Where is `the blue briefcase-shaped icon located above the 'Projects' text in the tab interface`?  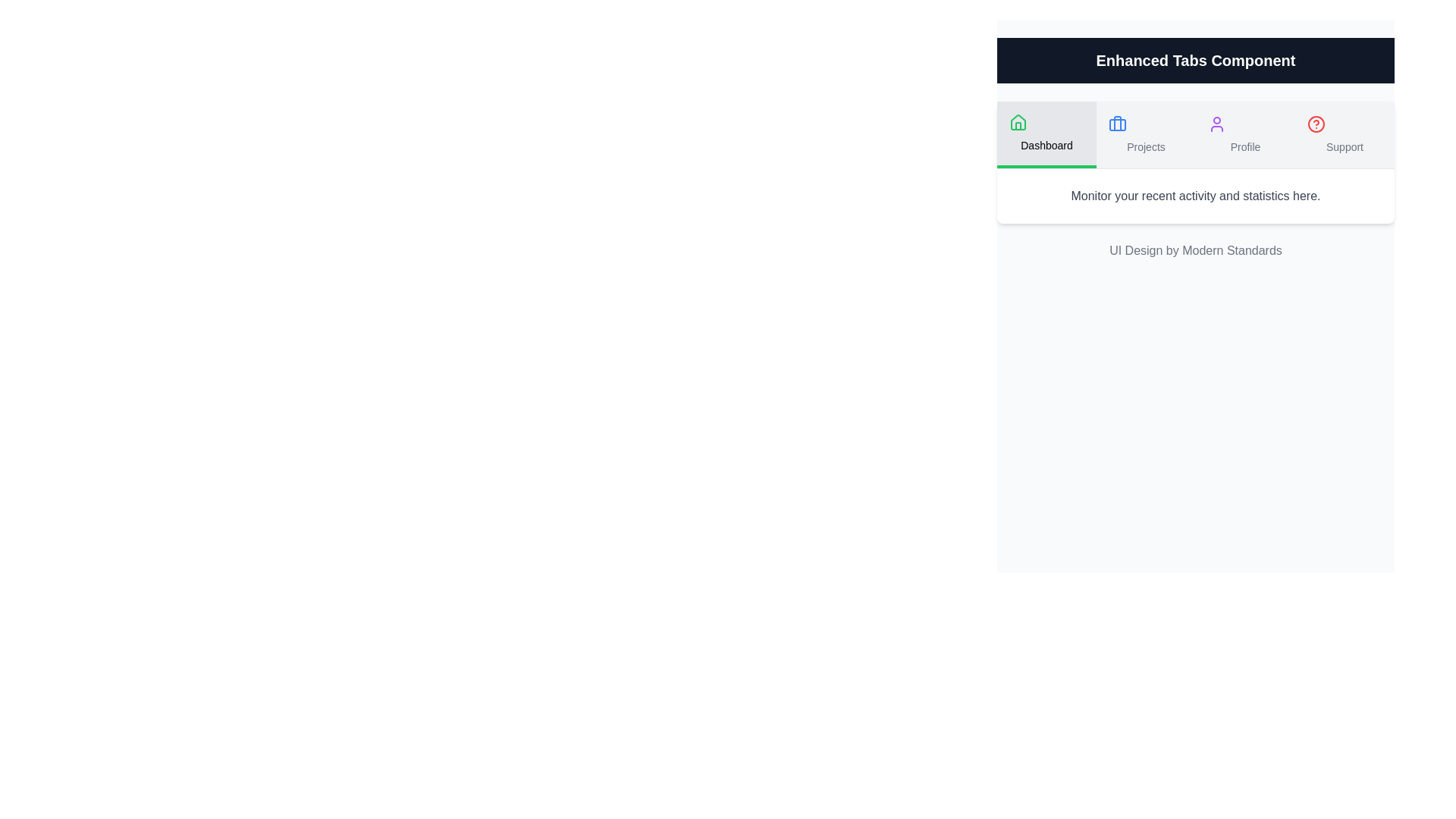
the blue briefcase-shaped icon located above the 'Projects' text in the tab interface is located at coordinates (1117, 124).